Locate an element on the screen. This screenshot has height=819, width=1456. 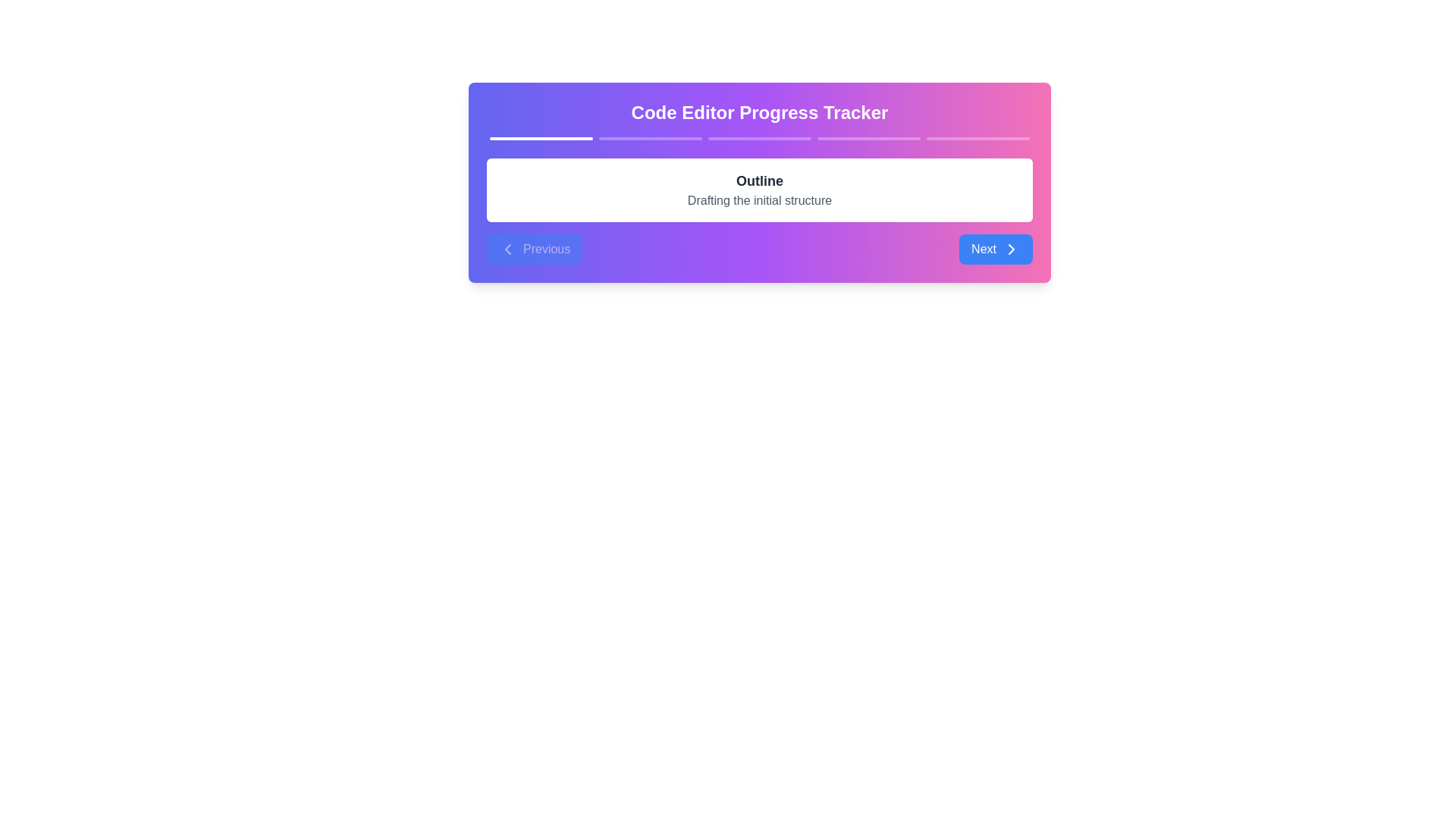
the 'Previous' button, which is a blue rounded rectangle with white text and a left-facing chevron icon is located at coordinates (535, 248).